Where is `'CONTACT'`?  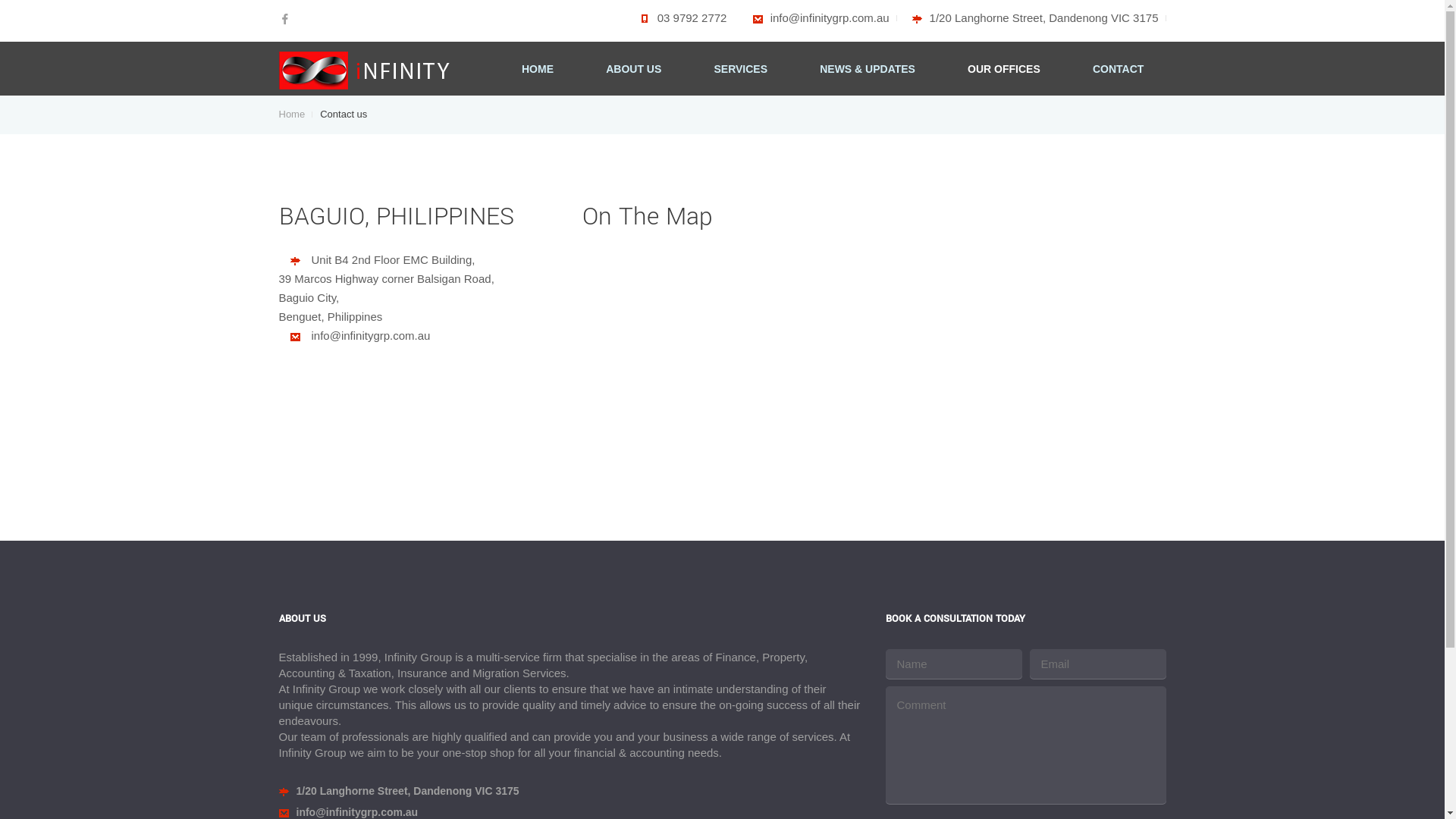
'CONTACT' is located at coordinates (1118, 70).